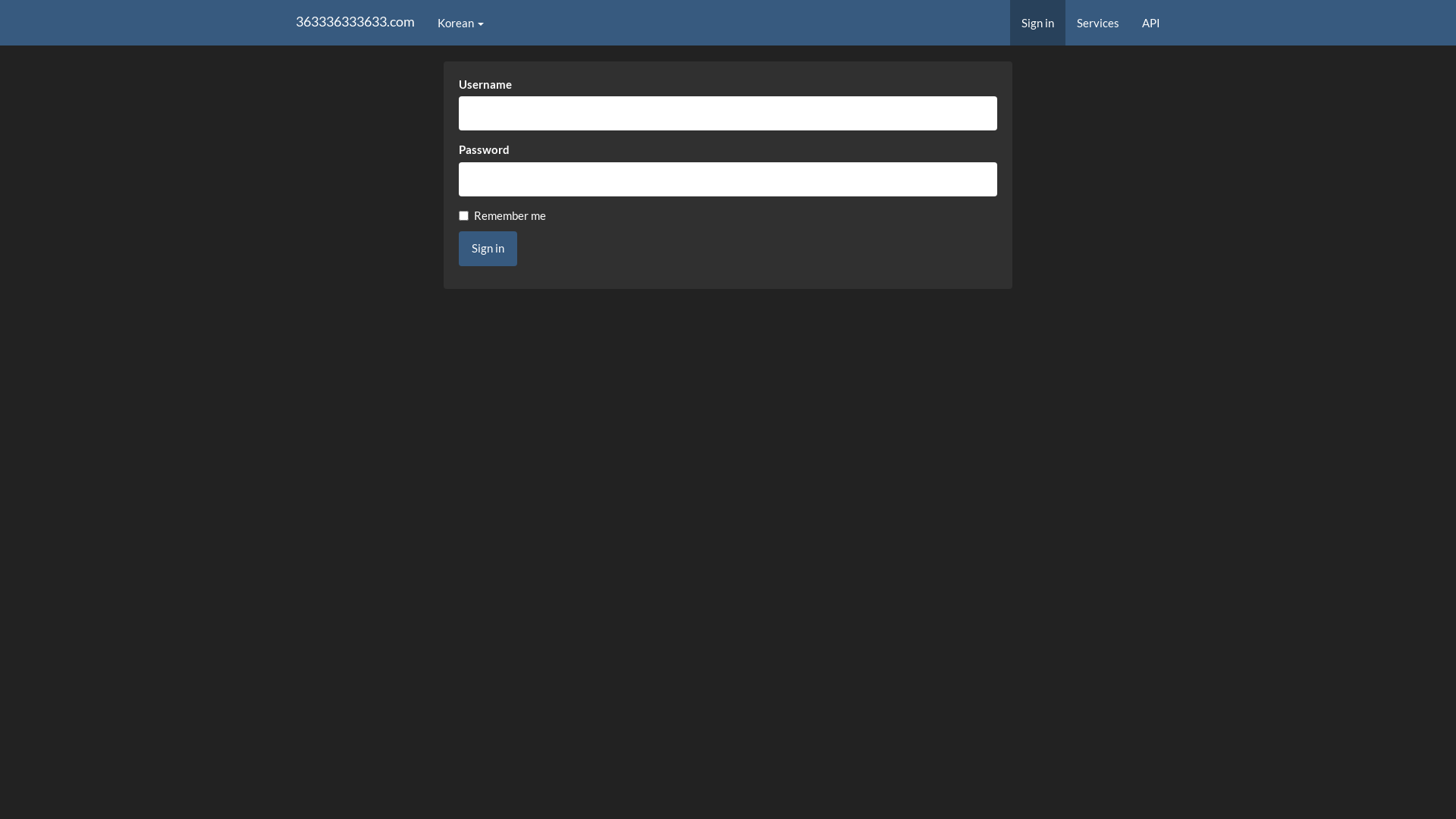 This screenshot has width=1456, height=819. What do you see at coordinates (1065, 23) in the screenshot?
I see `'Services'` at bounding box center [1065, 23].